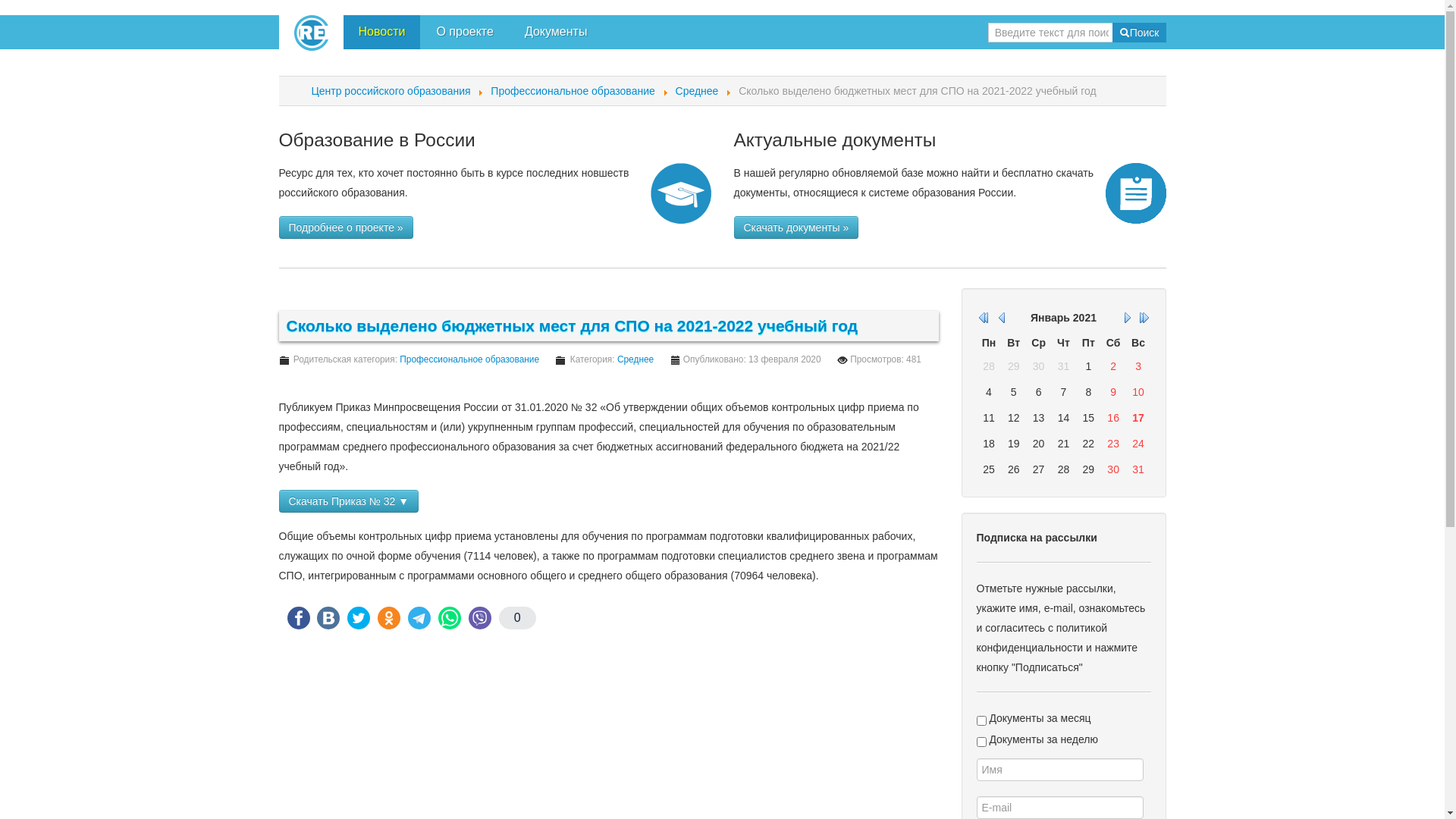 The width and height of the screenshot is (1456, 819). What do you see at coordinates (419, 617) in the screenshot?
I see `'Telegram'` at bounding box center [419, 617].